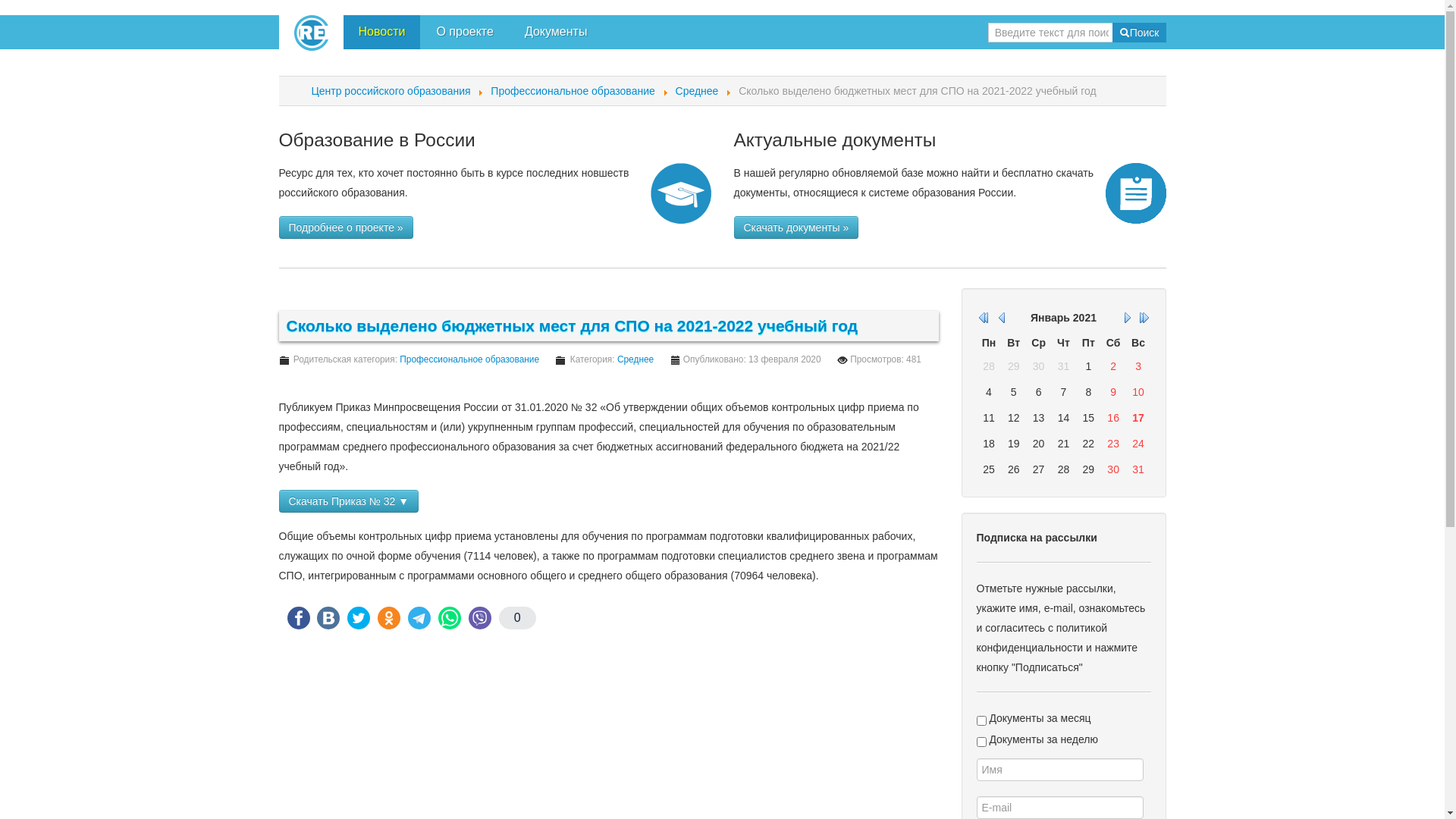 The width and height of the screenshot is (1456, 819). What do you see at coordinates (419, 617) in the screenshot?
I see `'Telegram'` at bounding box center [419, 617].